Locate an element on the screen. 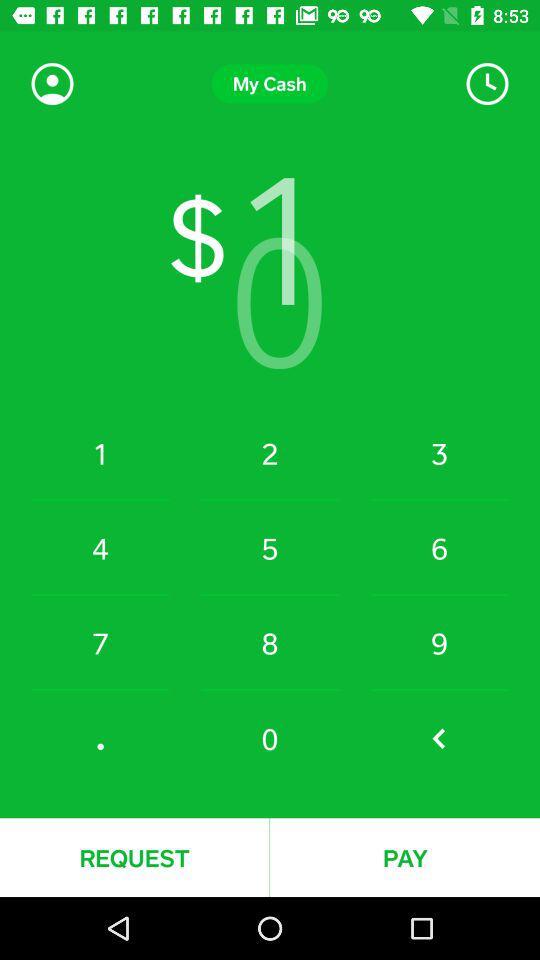 The height and width of the screenshot is (960, 540). the time icon is located at coordinates (486, 84).